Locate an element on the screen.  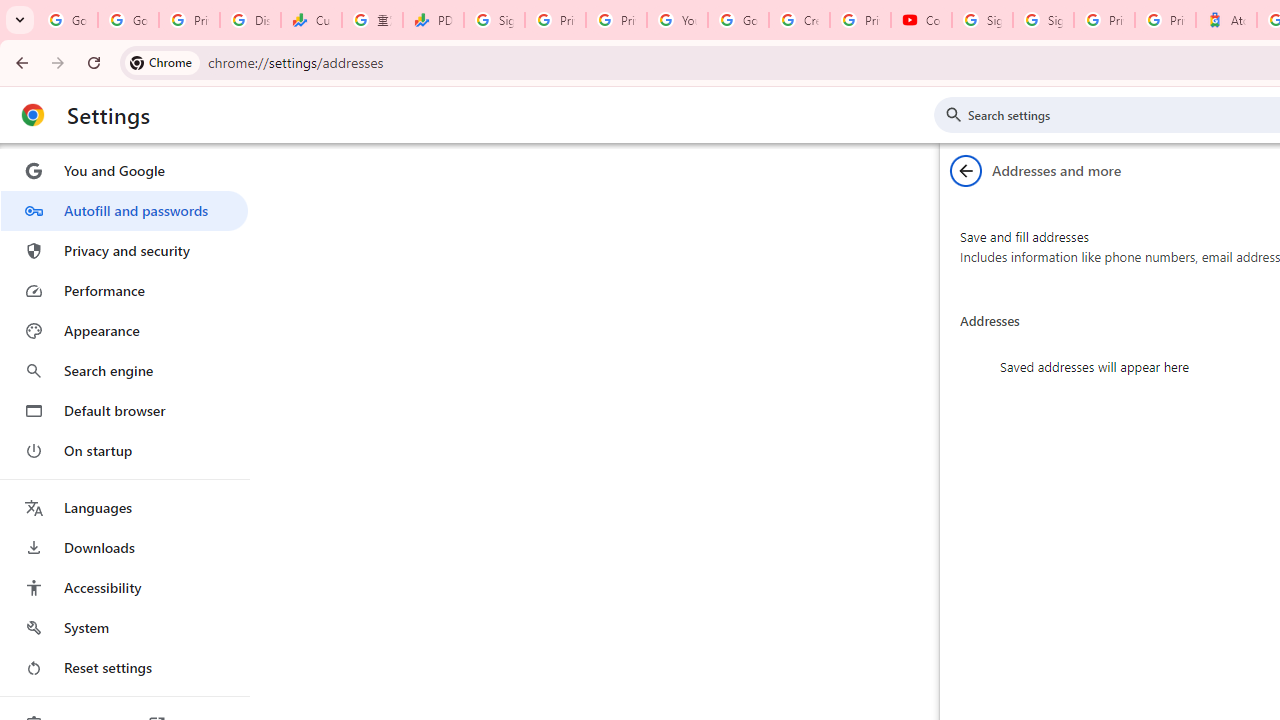
'Atour Hotel - Google hotels' is located at coordinates (1225, 20).